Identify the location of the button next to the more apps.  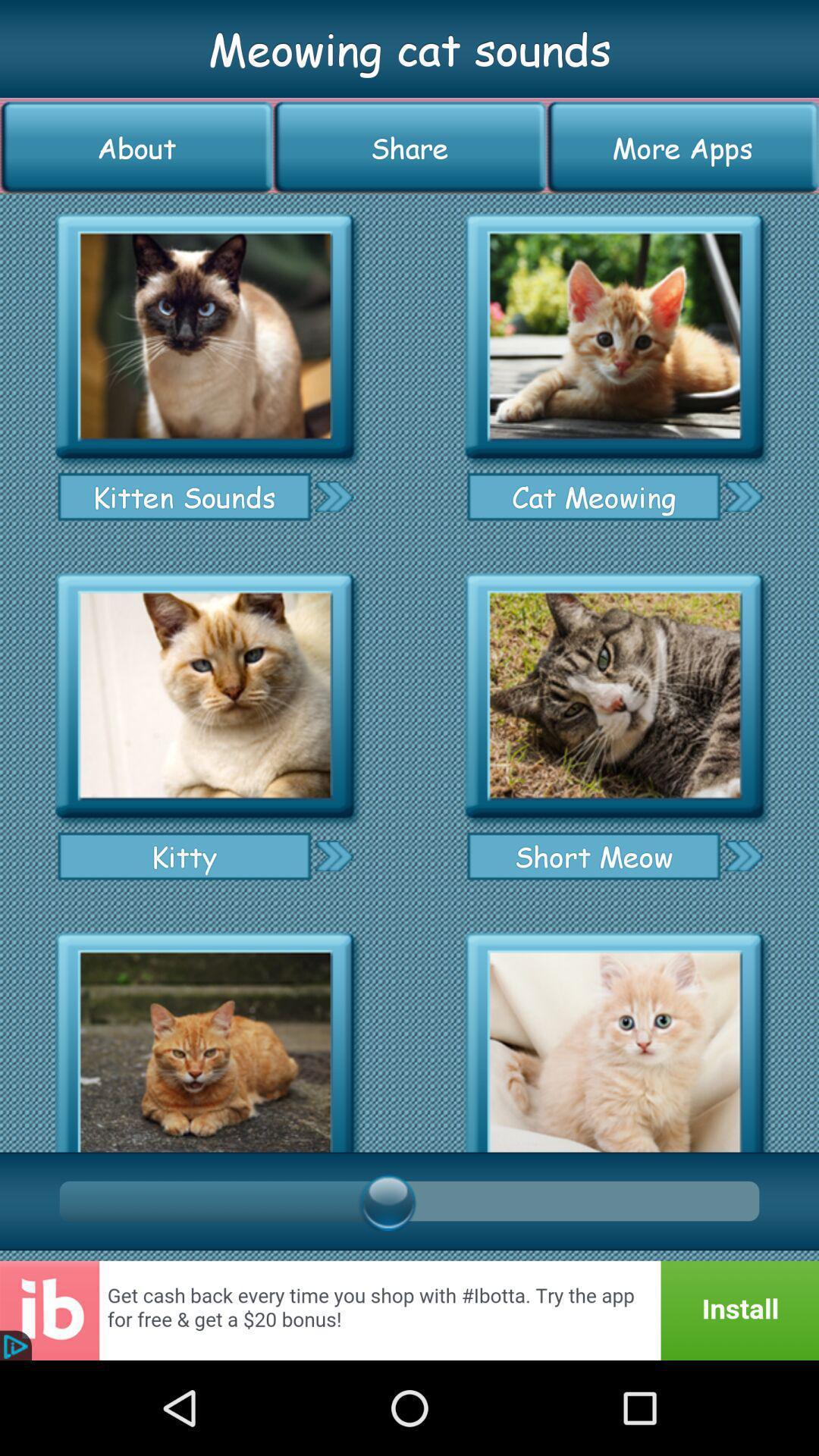
(409, 147).